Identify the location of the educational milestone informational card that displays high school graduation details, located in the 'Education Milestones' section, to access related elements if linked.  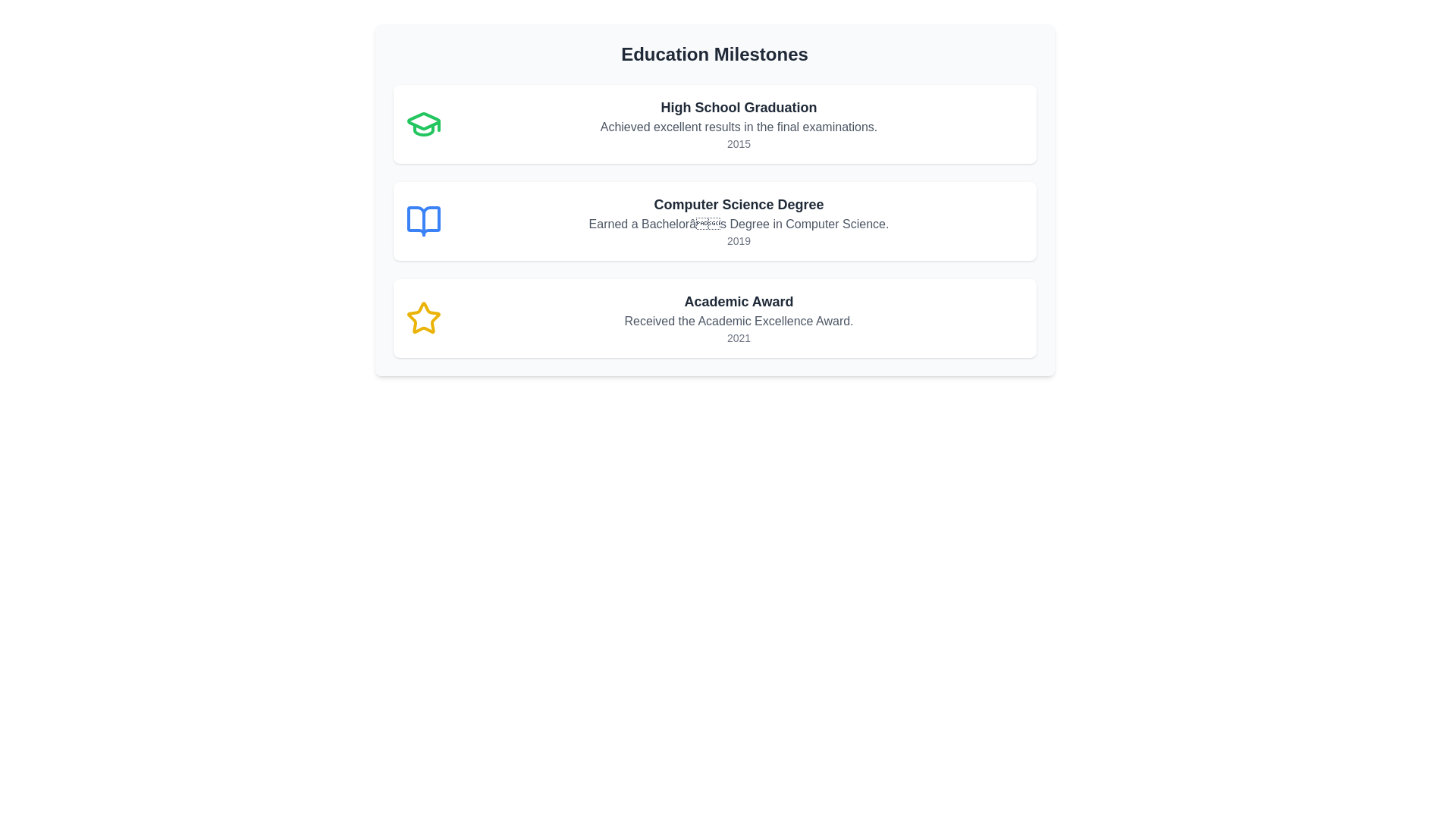
(714, 124).